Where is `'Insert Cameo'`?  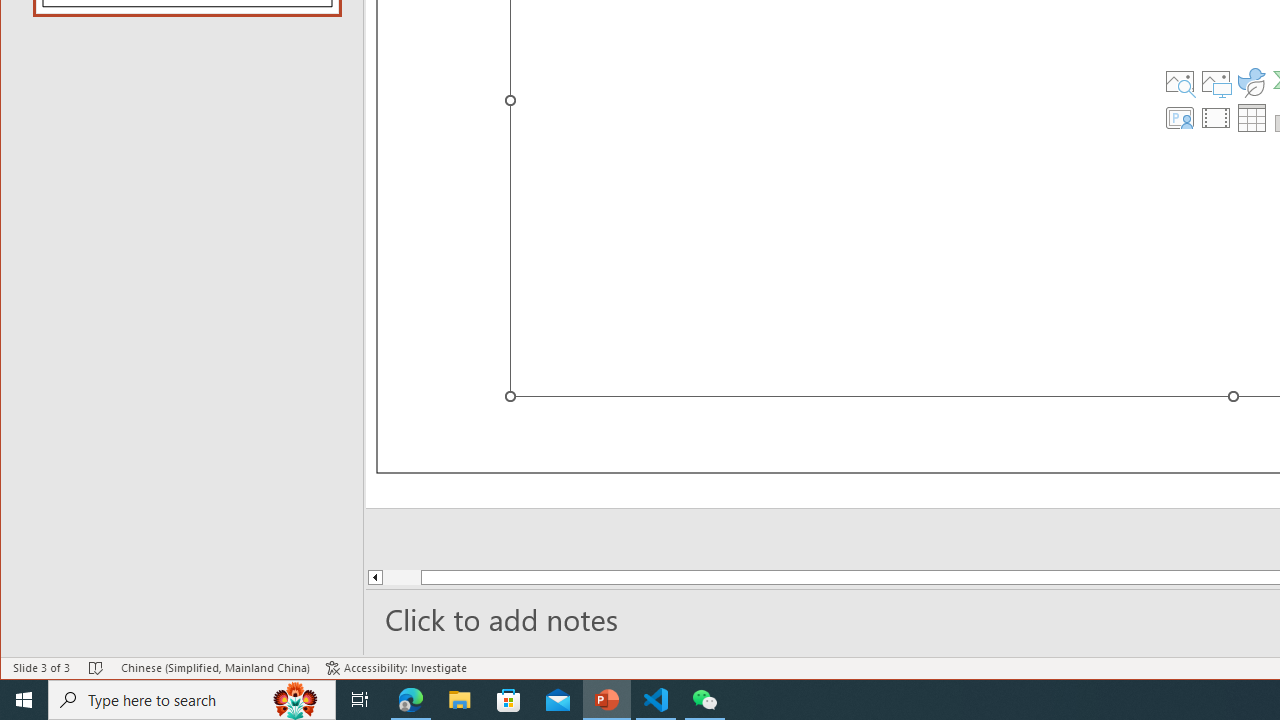 'Insert Cameo' is located at coordinates (1179, 118).